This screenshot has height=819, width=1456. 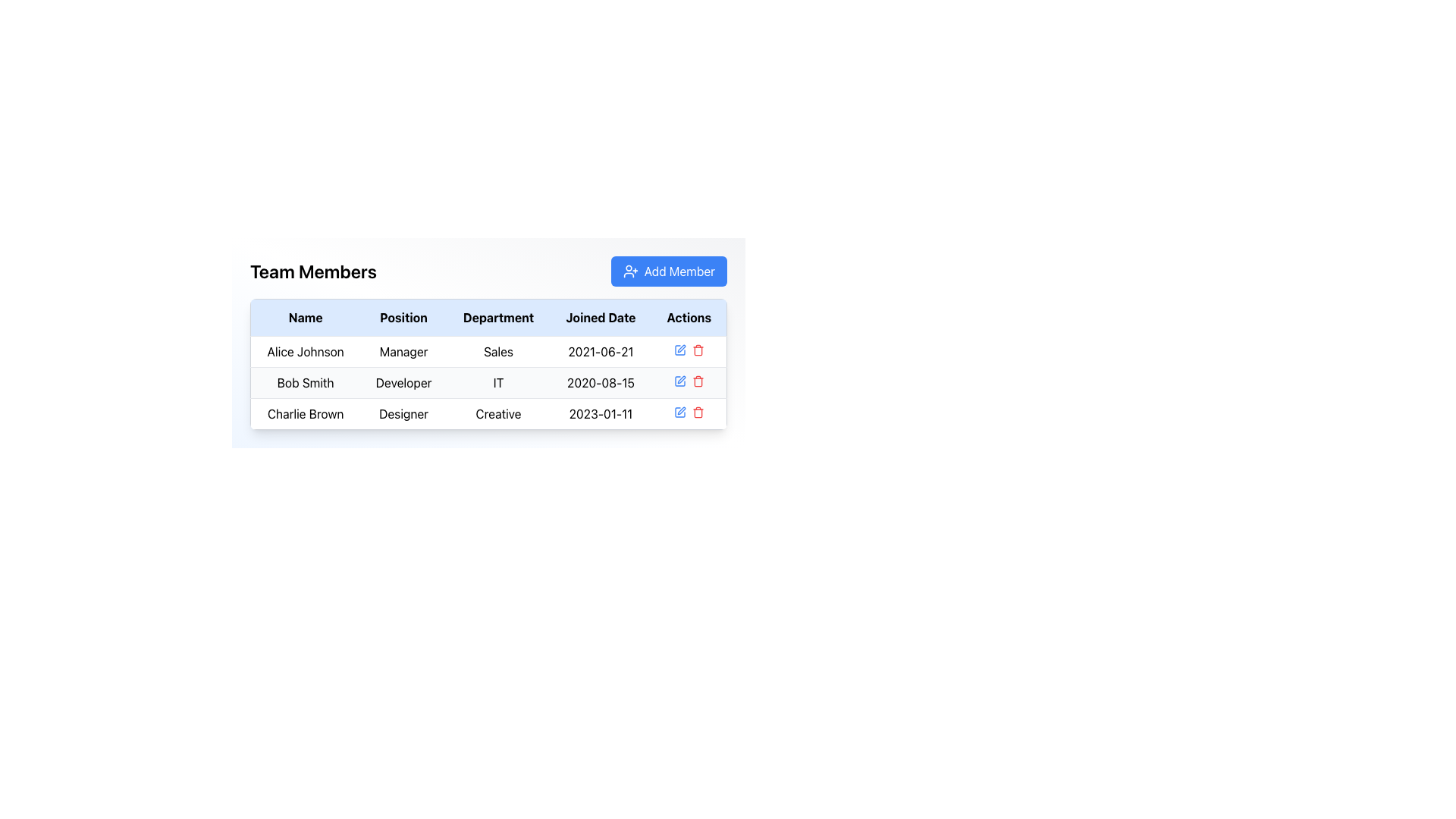 What do you see at coordinates (689, 317) in the screenshot?
I see `the 'Actions' Table Header Cell which is the last column header in the grid, styled with bold black text on a light blue background` at bounding box center [689, 317].